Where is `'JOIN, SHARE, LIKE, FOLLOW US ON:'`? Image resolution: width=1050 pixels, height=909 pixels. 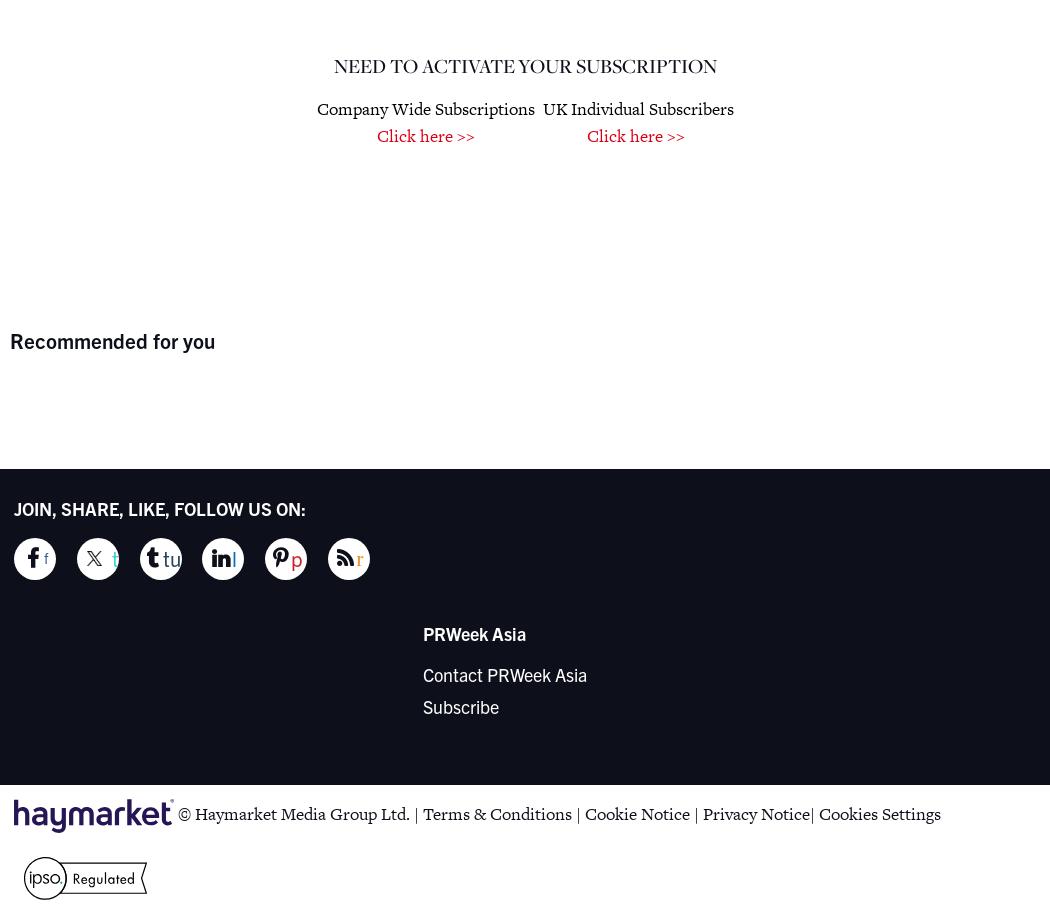
'JOIN, SHARE, LIKE, FOLLOW US ON:' is located at coordinates (160, 506).